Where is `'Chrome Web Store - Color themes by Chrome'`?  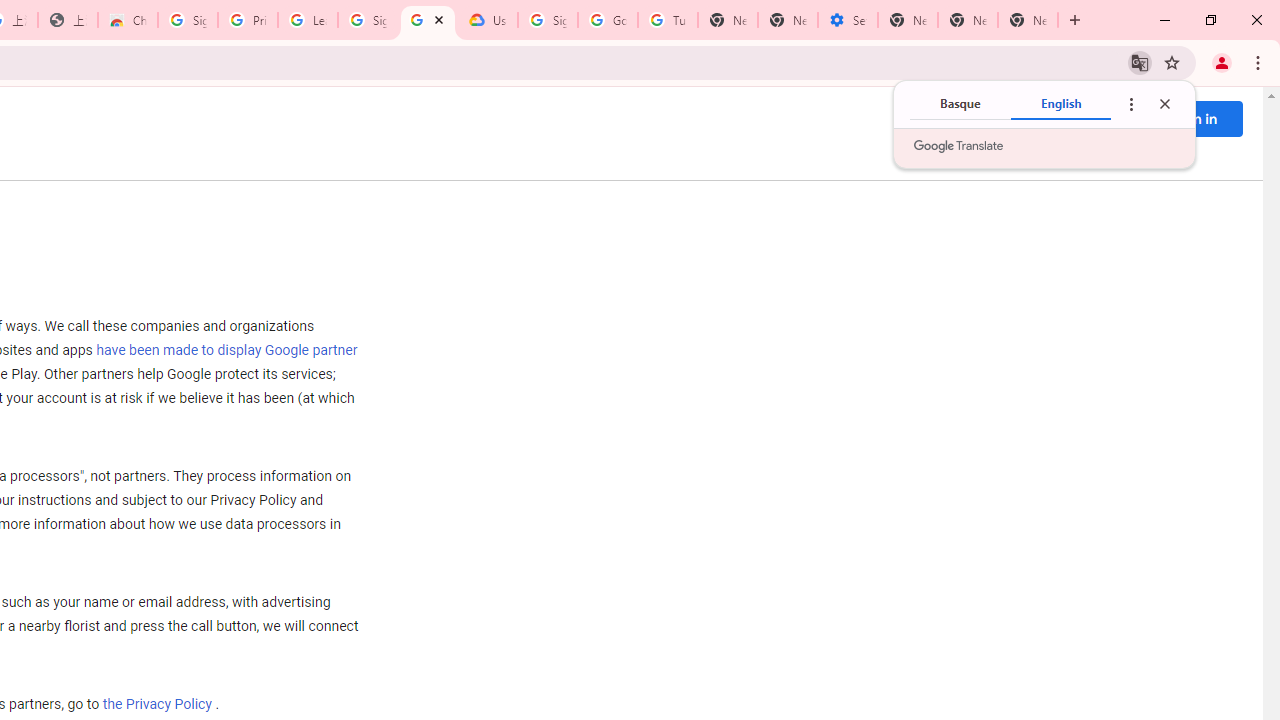
'Chrome Web Store - Color themes by Chrome' is located at coordinates (127, 20).